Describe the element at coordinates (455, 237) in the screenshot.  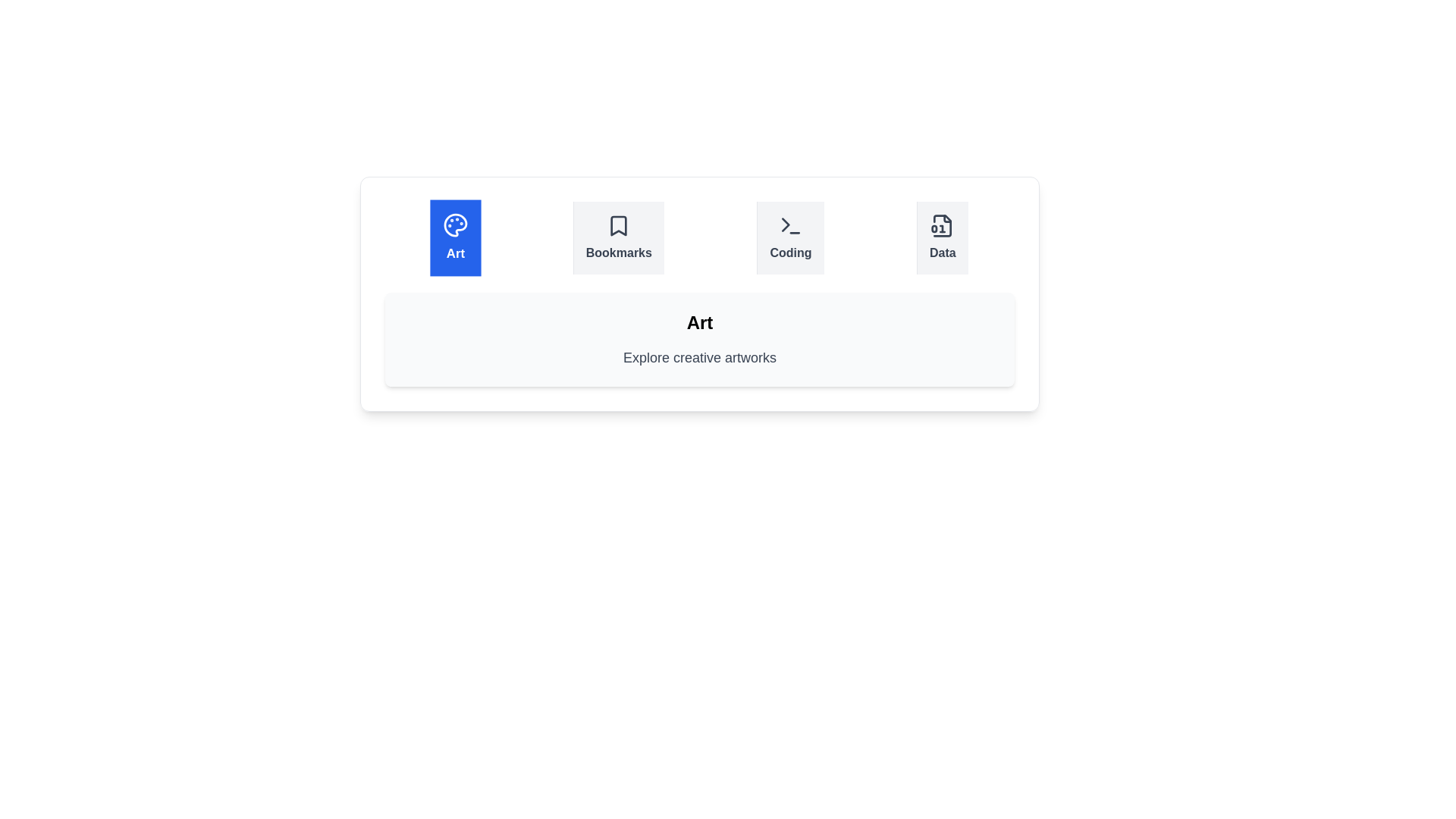
I see `the tab labeled Art to observe its icon and label` at that location.